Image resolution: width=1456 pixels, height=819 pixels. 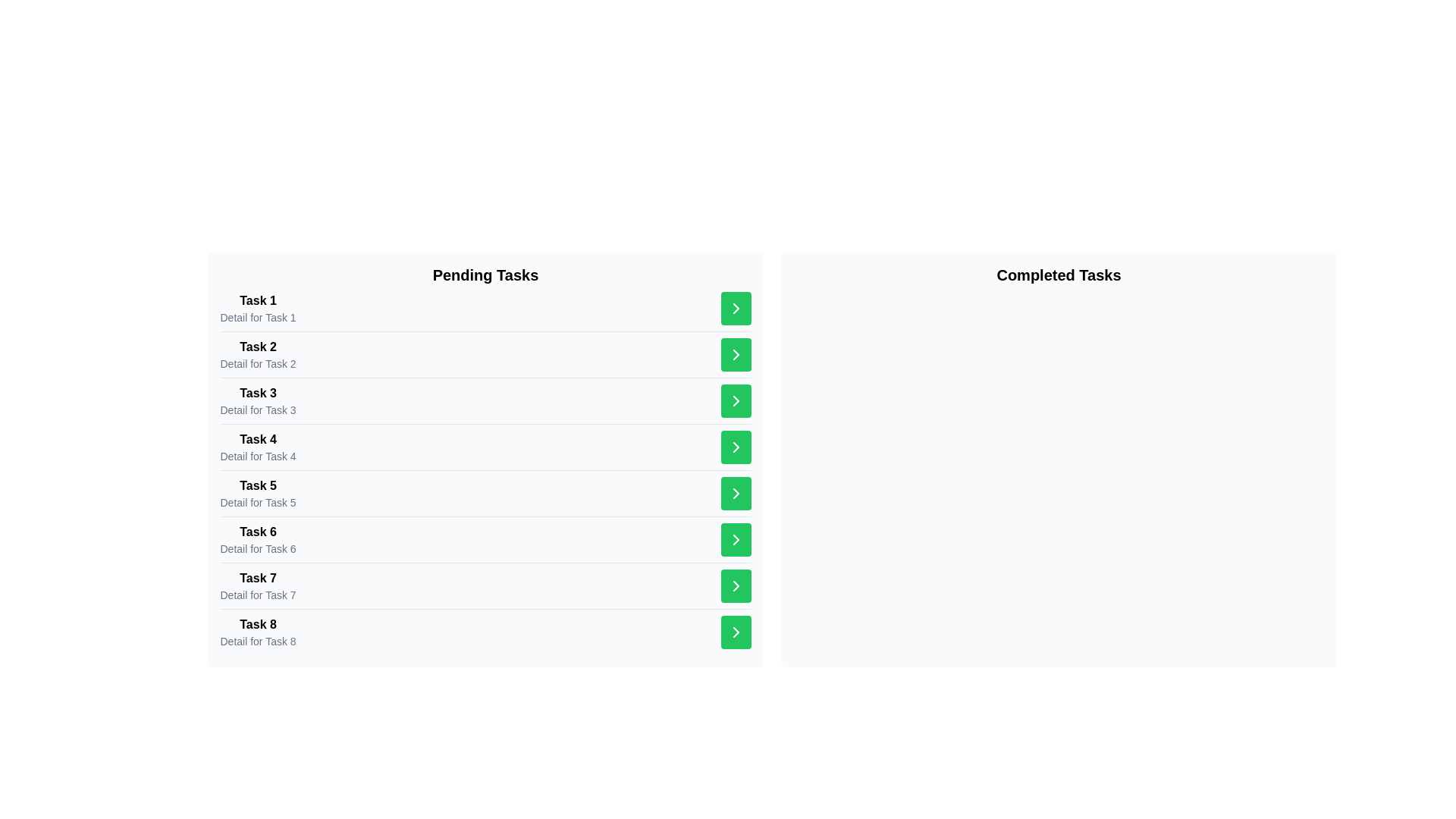 What do you see at coordinates (736, 494) in the screenshot?
I see `the Chevron icon embedded within the circular button` at bounding box center [736, 494].